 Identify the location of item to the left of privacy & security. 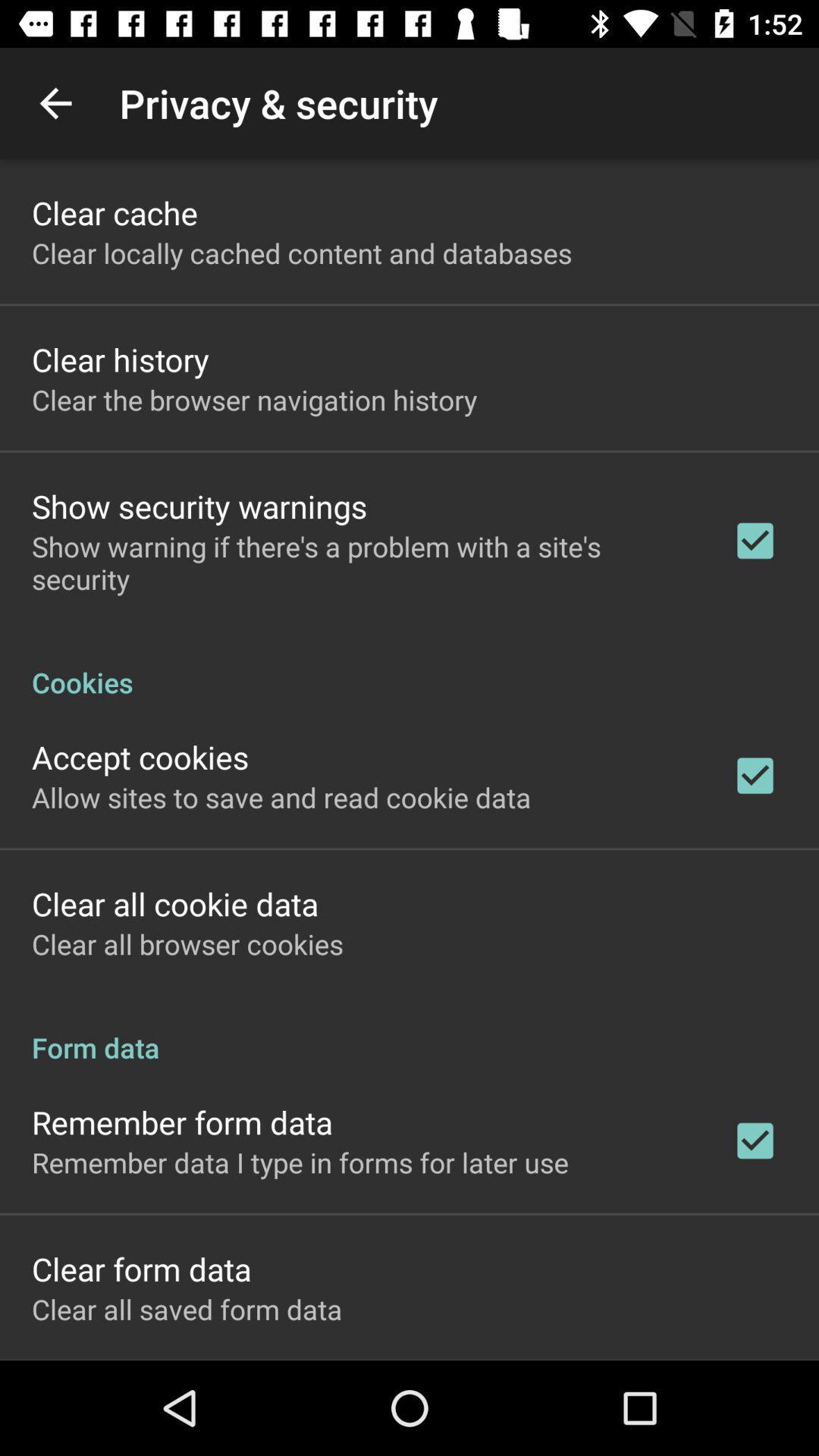
(55, 102).